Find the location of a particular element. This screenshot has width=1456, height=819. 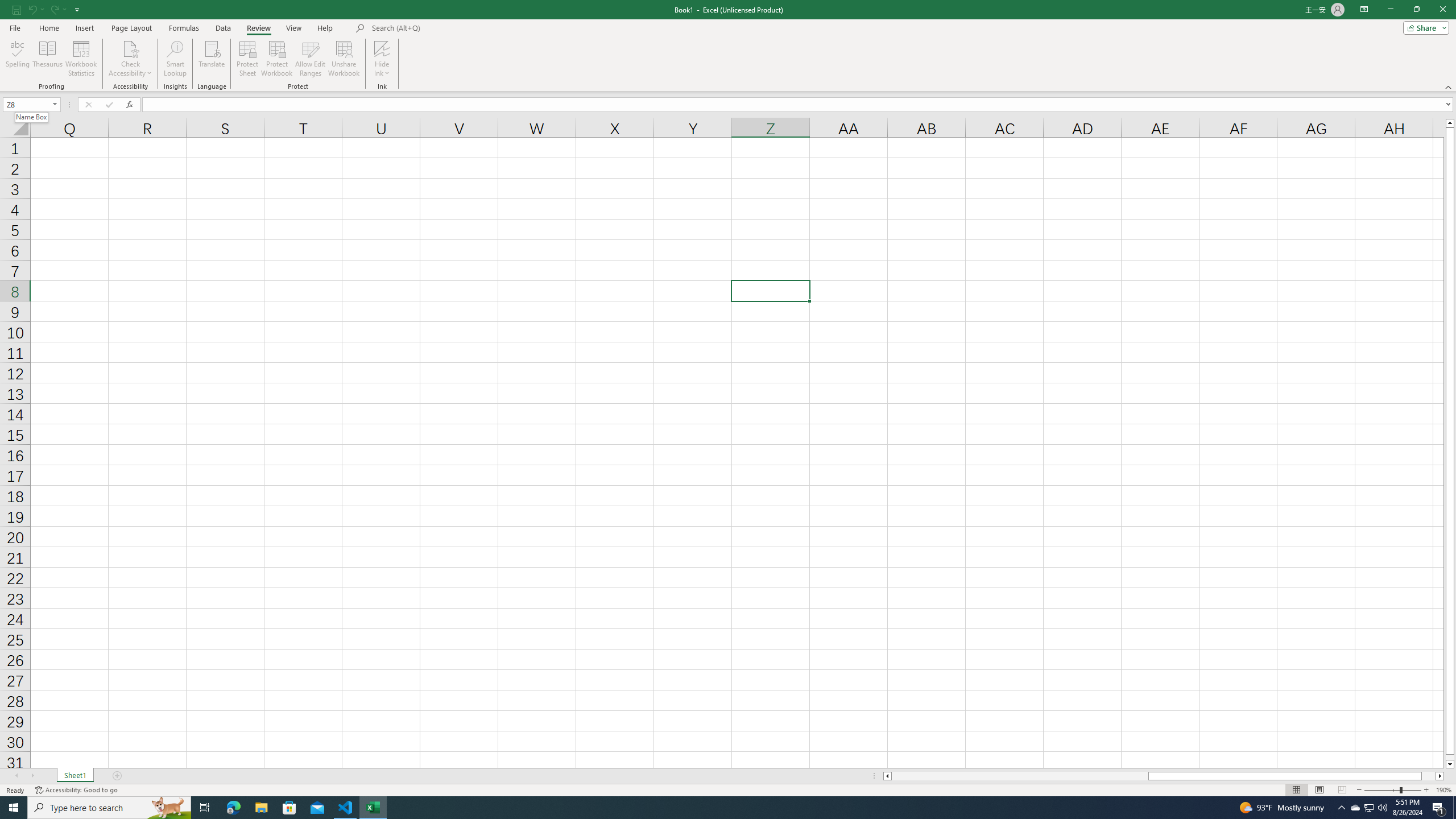

'Protect Workbook...' is located at coordinates (276, 59).